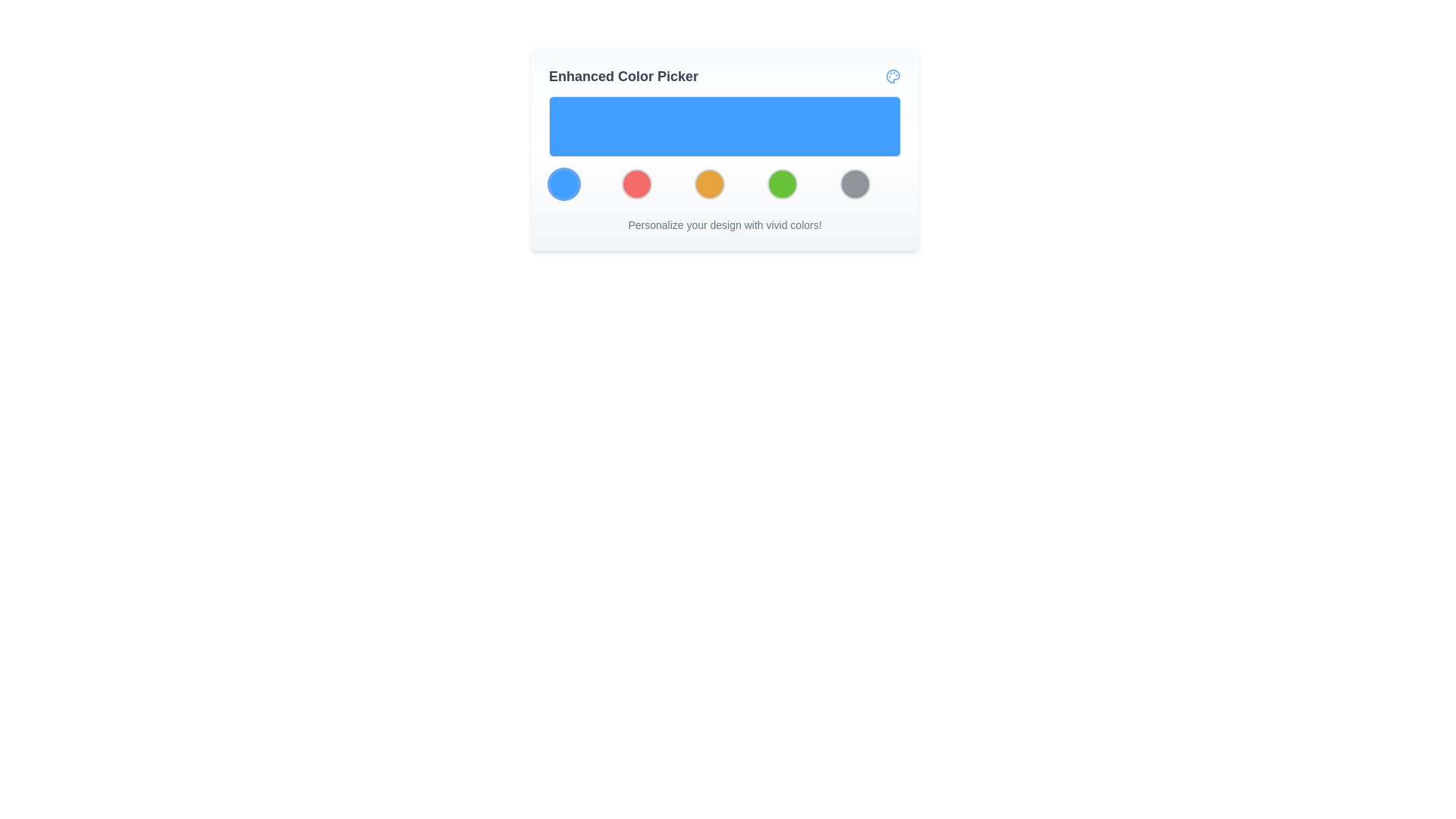 The height and width of the screenshot is (819, 1456). What do you see at coordinates (623, 76) in the screenshot?
I see `the text label reading 'Enhanced Color Picker'` at bounding box center [623, 76].